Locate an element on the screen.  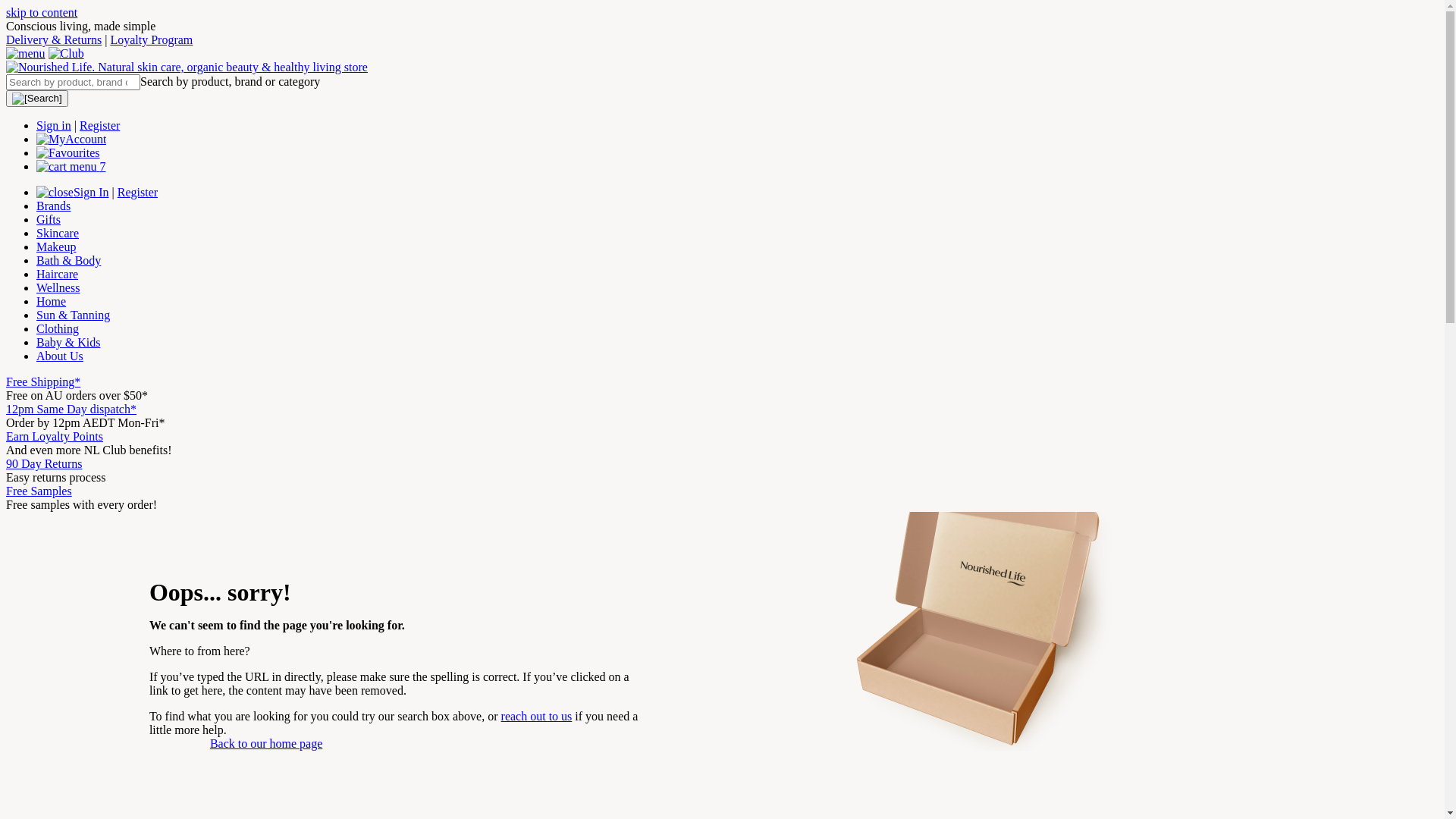
'Earn Loyalty Points' is located at coordinates (55, 436).